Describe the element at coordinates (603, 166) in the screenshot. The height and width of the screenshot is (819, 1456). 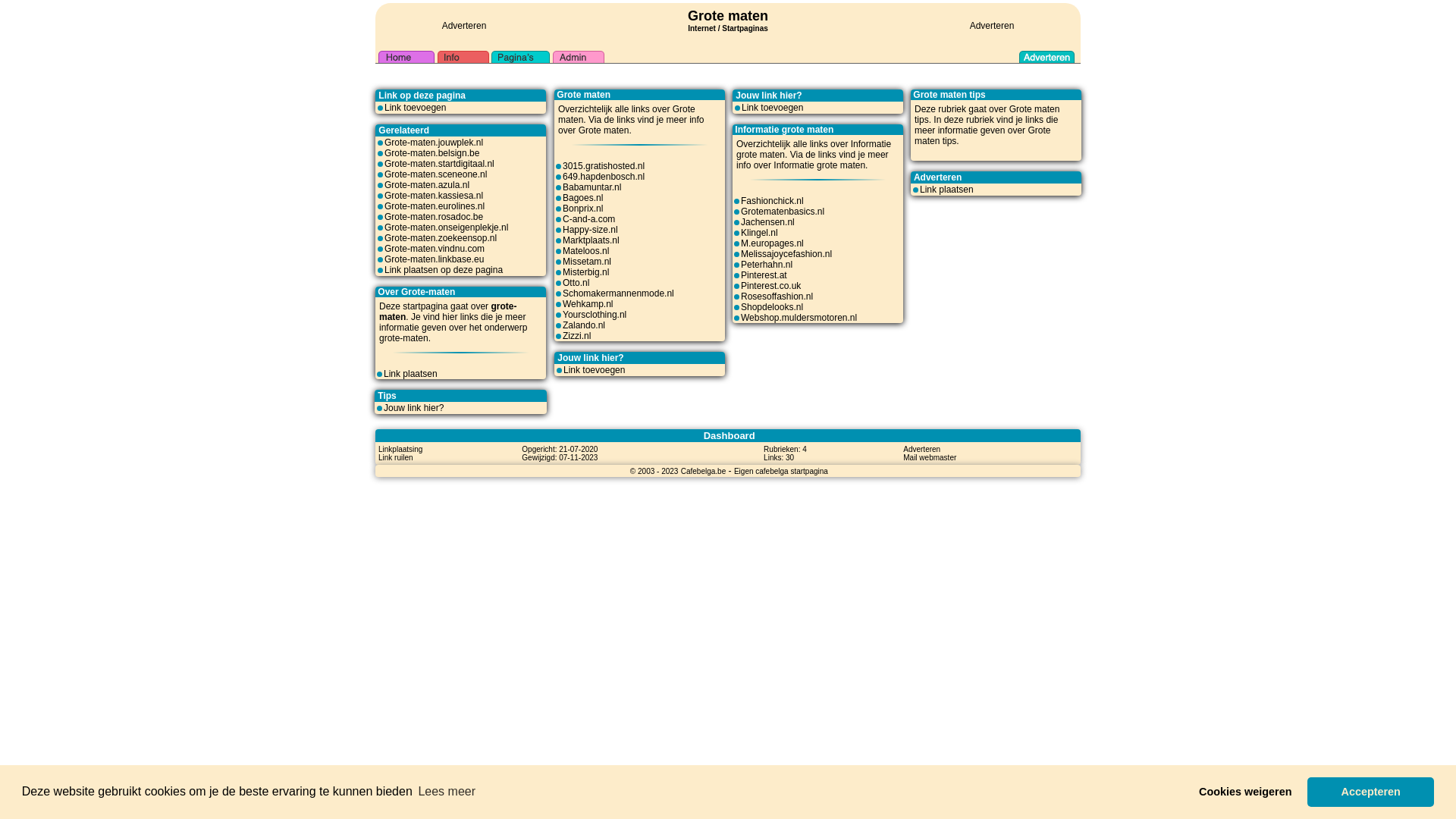
I see `'3015.gratishosted.nl'` at that location.